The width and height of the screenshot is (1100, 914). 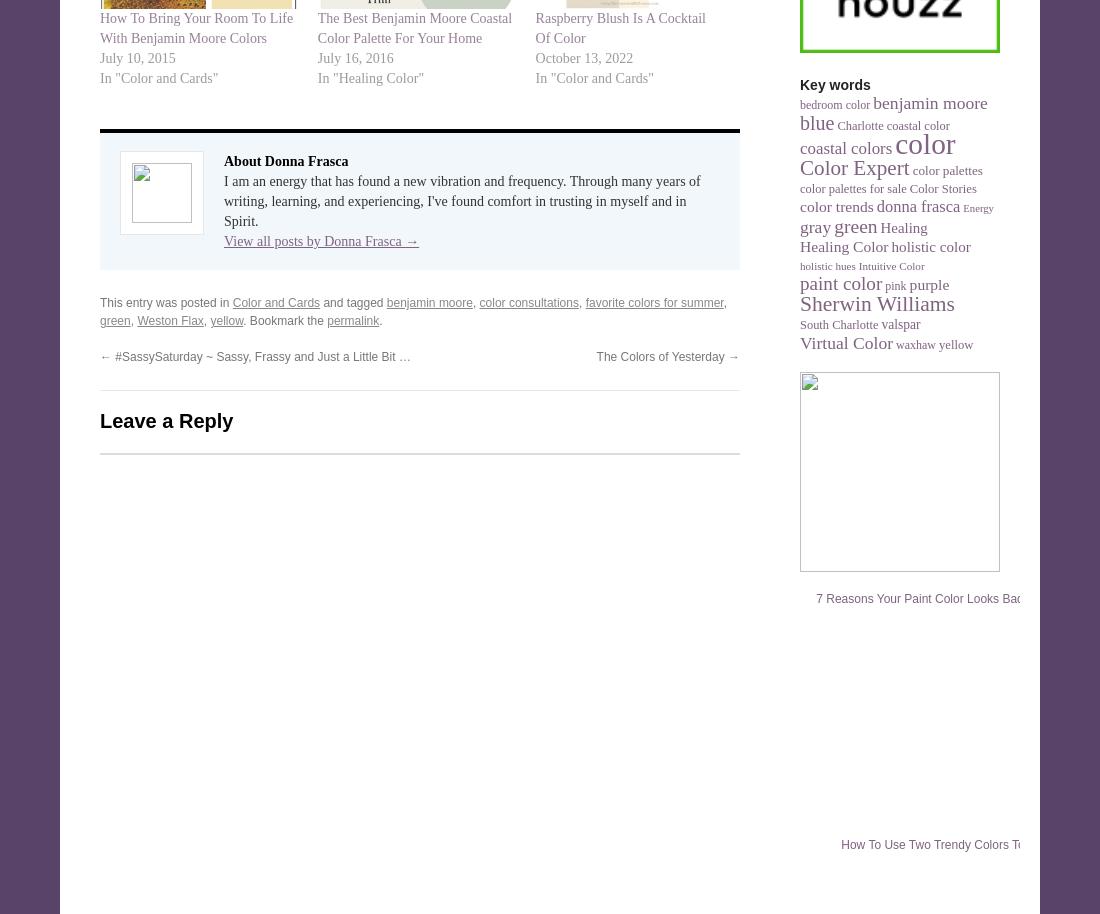 What do you see at coordinates (852, 189) in the screenshot?
I see `'color palettes for sale'` at bounding box center [852, 189].